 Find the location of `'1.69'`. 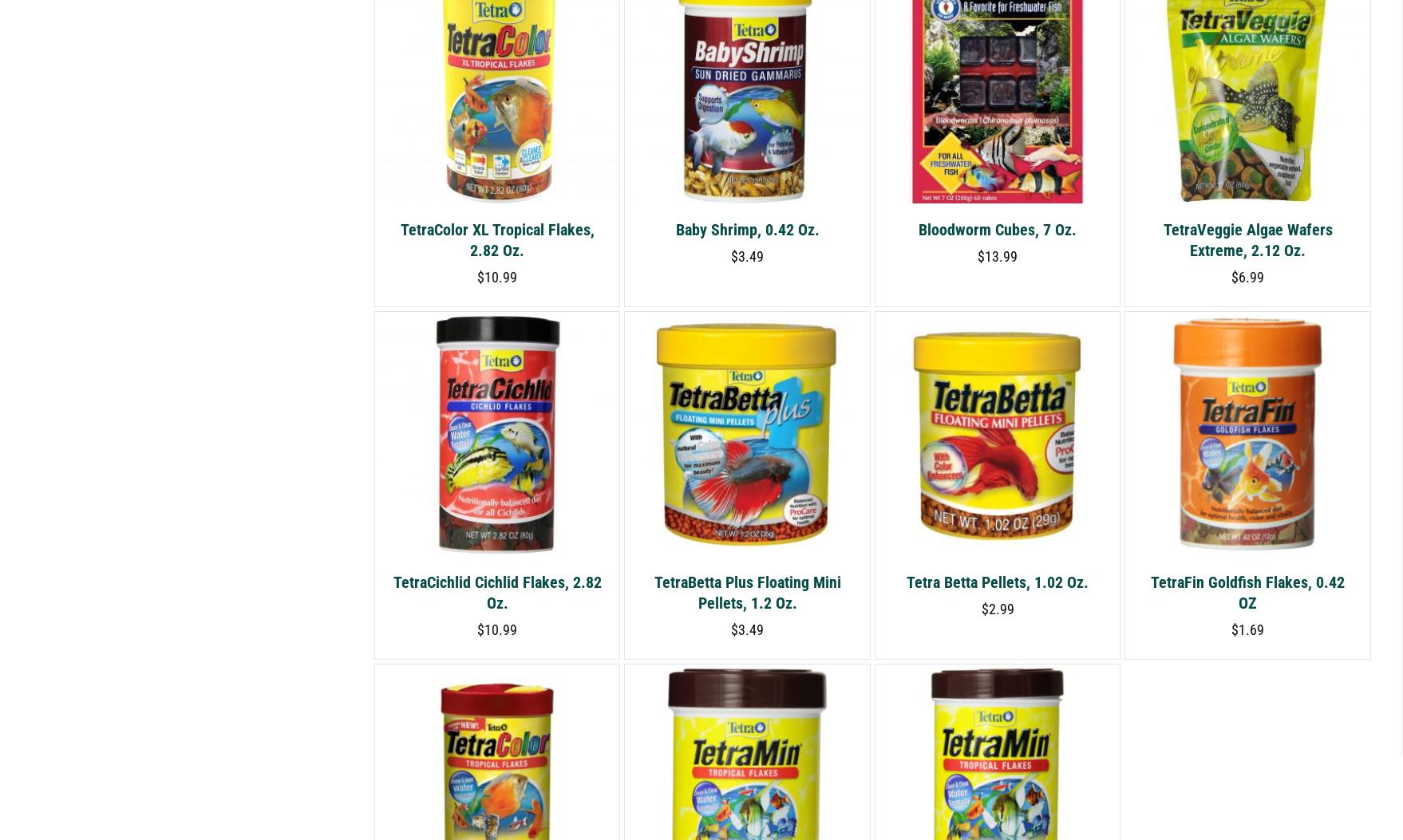

'1.69' is located at coordinates (1238, 629).